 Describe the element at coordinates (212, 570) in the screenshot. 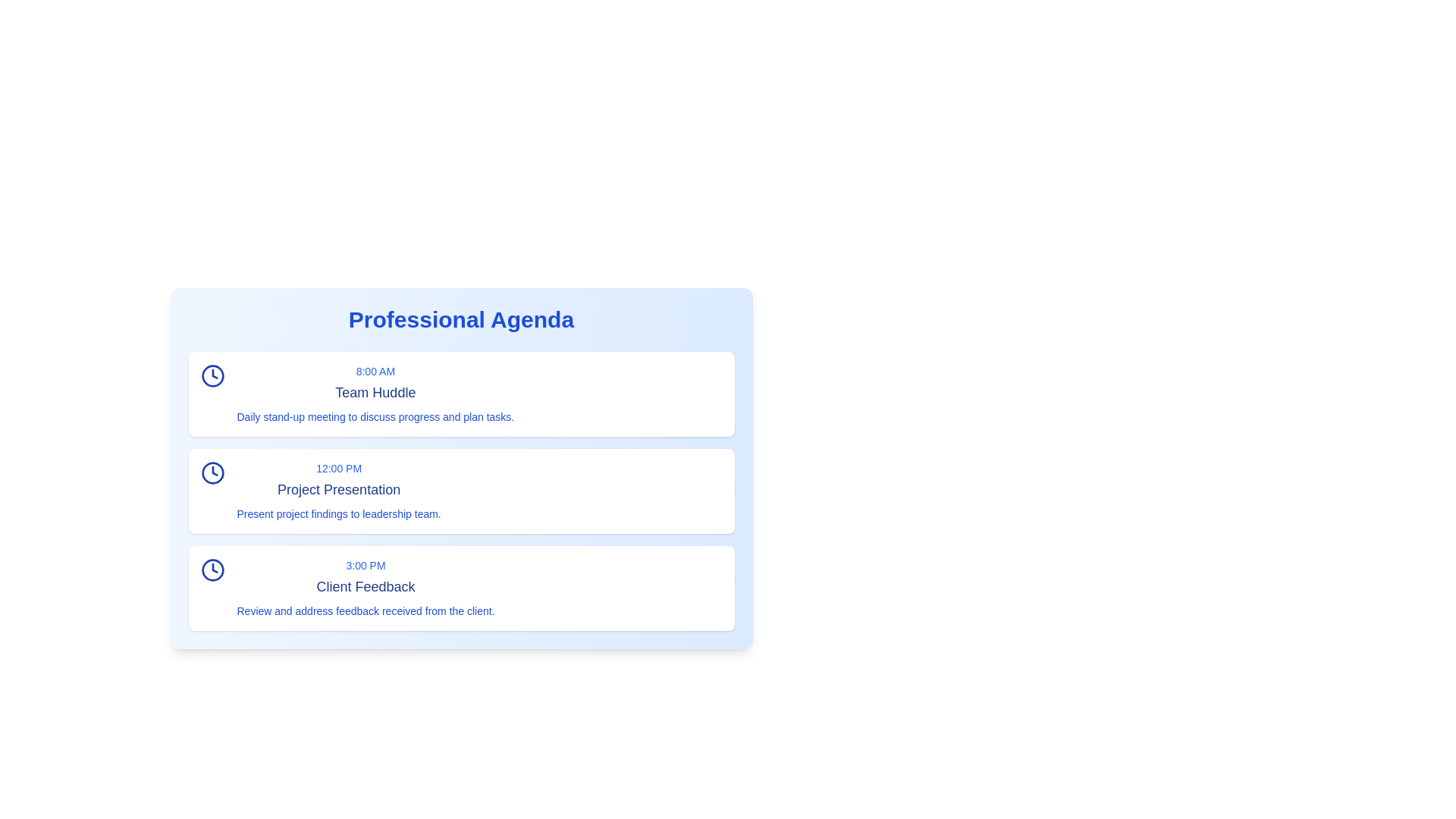

I see `the blue circular outline symbol within the clock icon, located at the center of the clock, positioned to the left of the '3:00 PM Client Feedback' event` at that location.